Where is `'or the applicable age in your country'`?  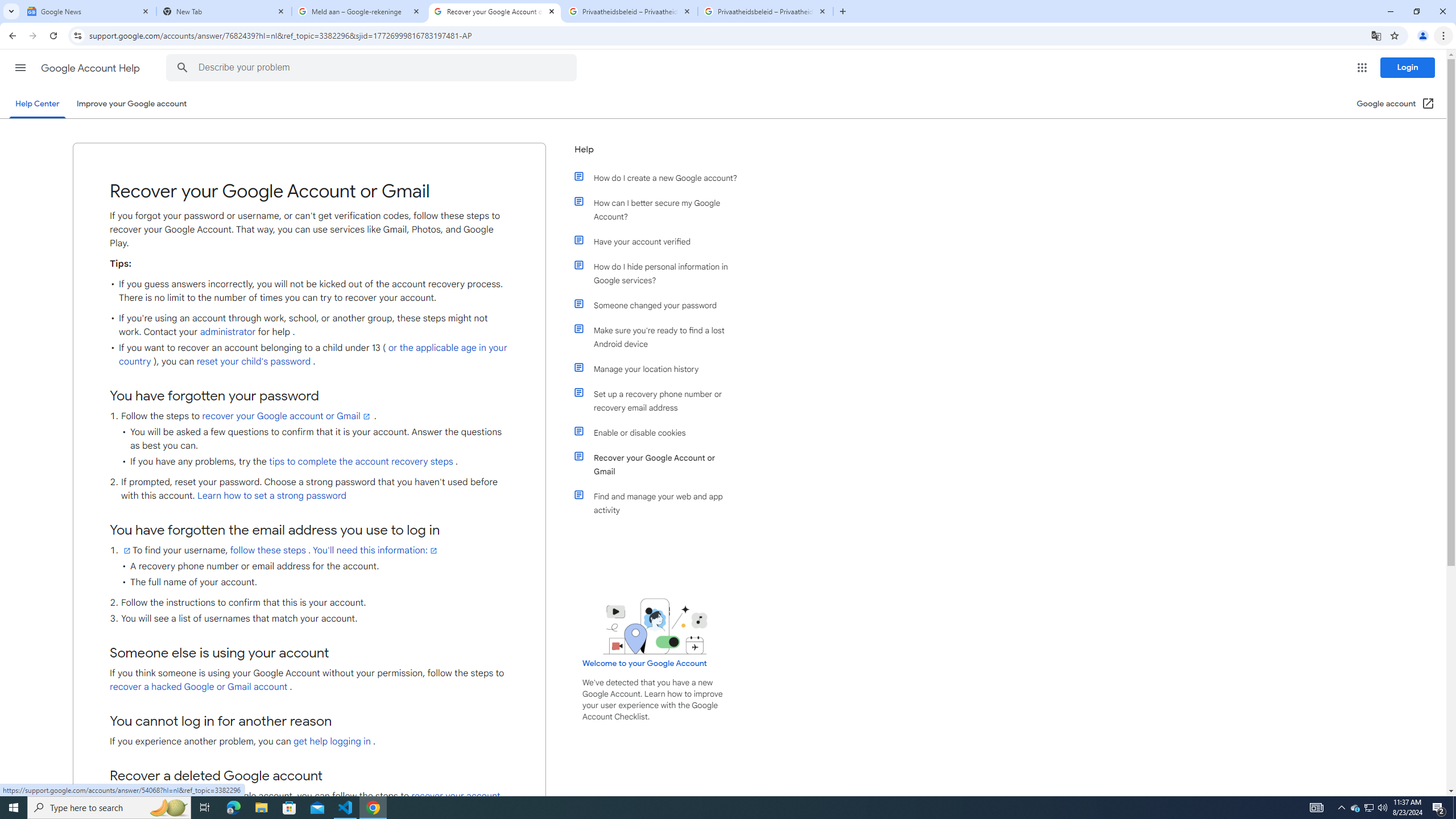 'or the applicable age in your country' is located at coordinates (313, 355).